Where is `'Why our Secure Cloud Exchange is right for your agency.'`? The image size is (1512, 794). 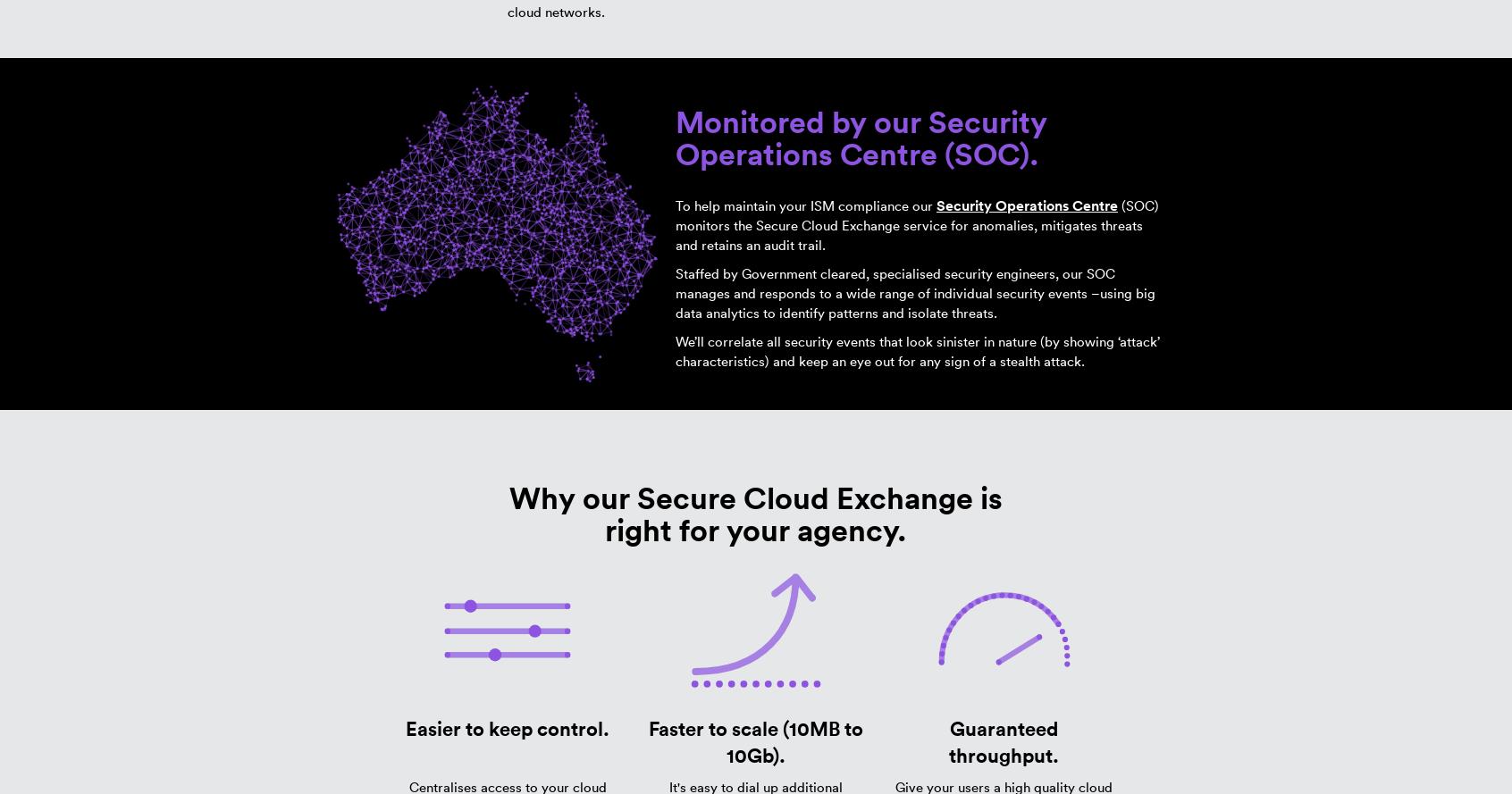
'Why our Secure Cloud Exchange is right for your agency.' is located at coordinates (754, 513).